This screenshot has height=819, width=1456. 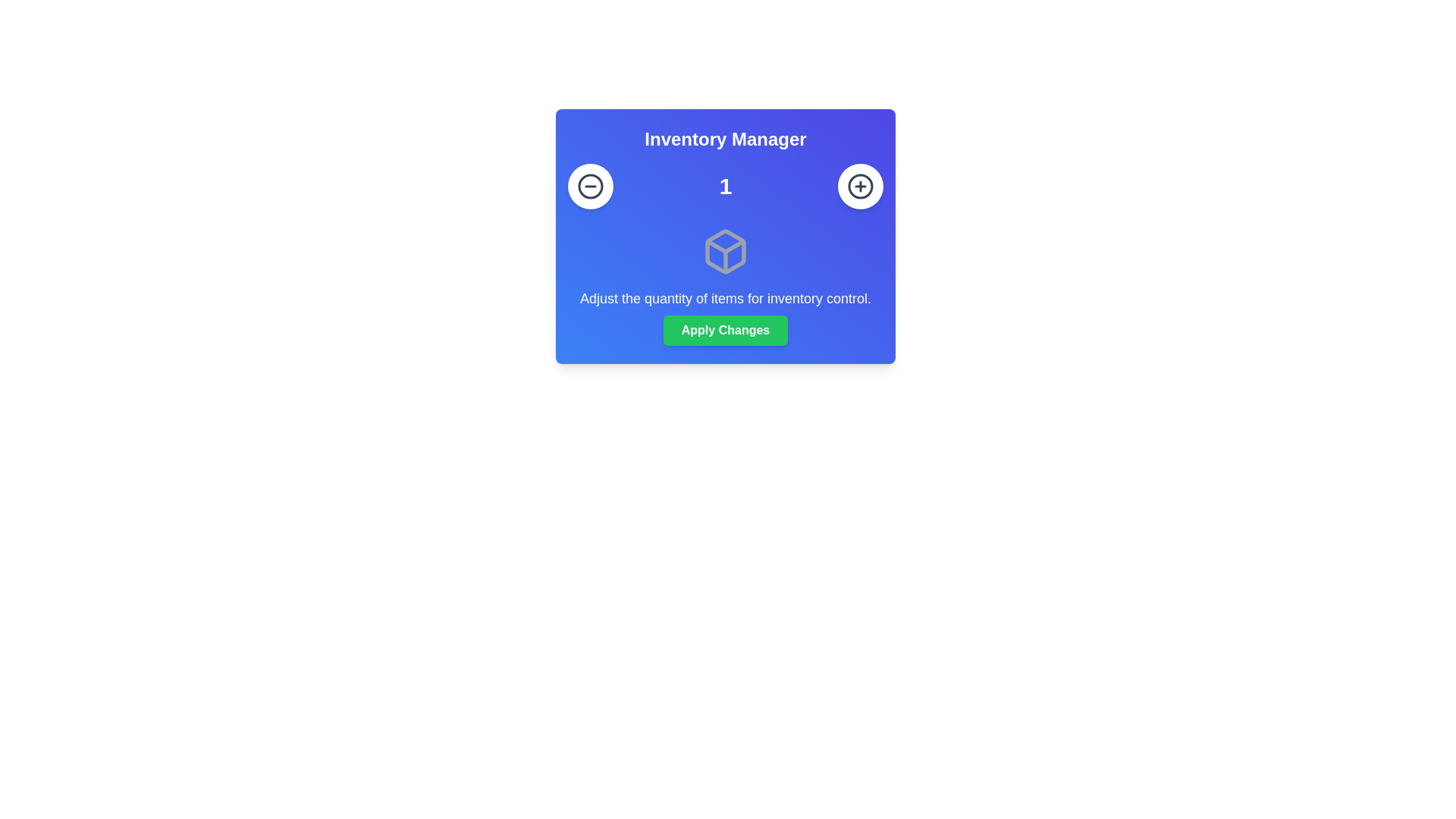 What do you see at coordinates (724, 186) in the screenshot?
I see `bold numeral '1' displayed in the blue rectangular interface, which is located symmetrically between the minus and plus buttons` at bounding box center [724, 186].